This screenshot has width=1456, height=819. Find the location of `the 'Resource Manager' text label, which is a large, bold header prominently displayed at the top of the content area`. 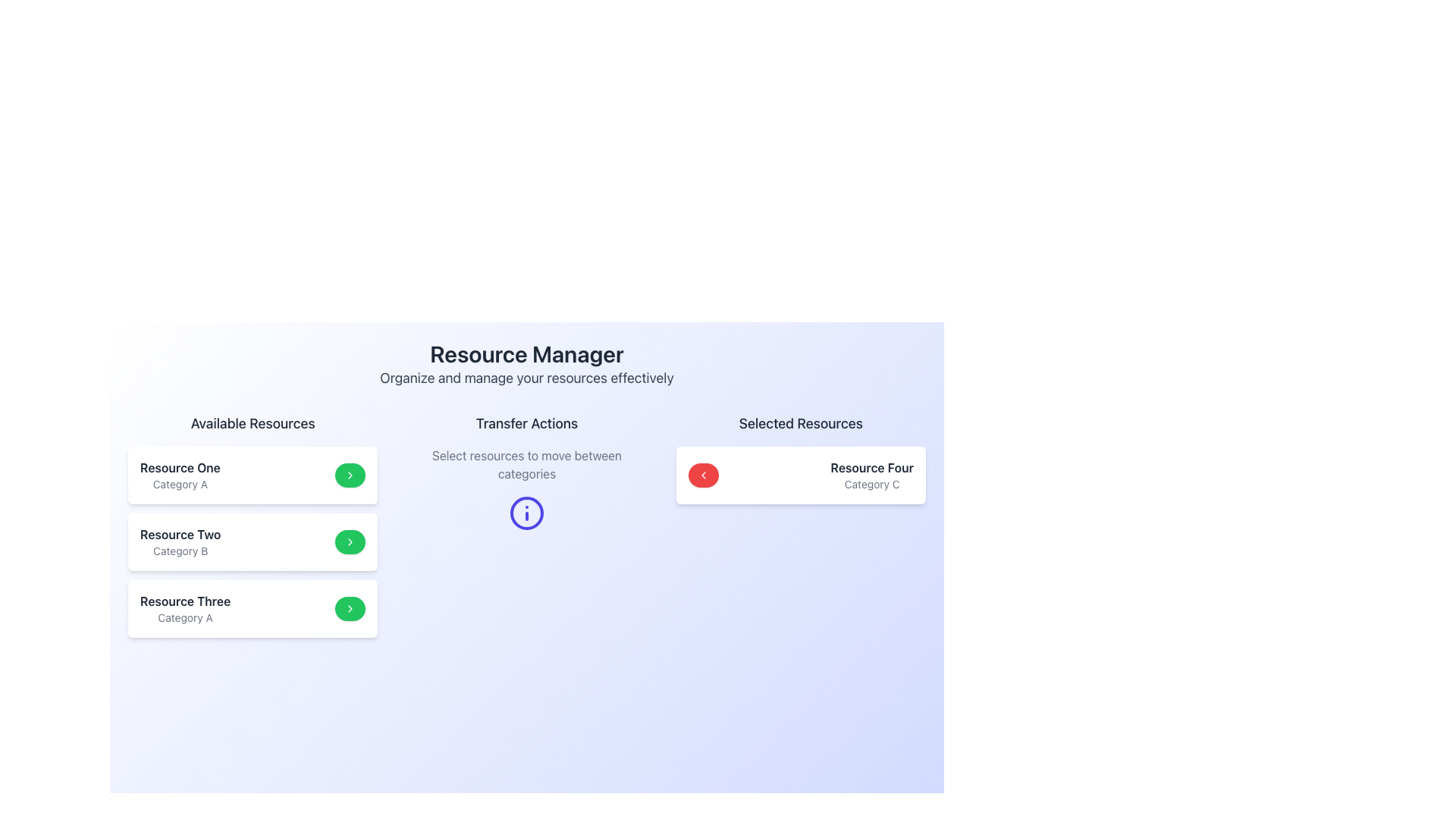

the 'Resource Manager' text label, which is a large, bold header prominently displayed at the top of the content area is located at coordinates (527, 353).